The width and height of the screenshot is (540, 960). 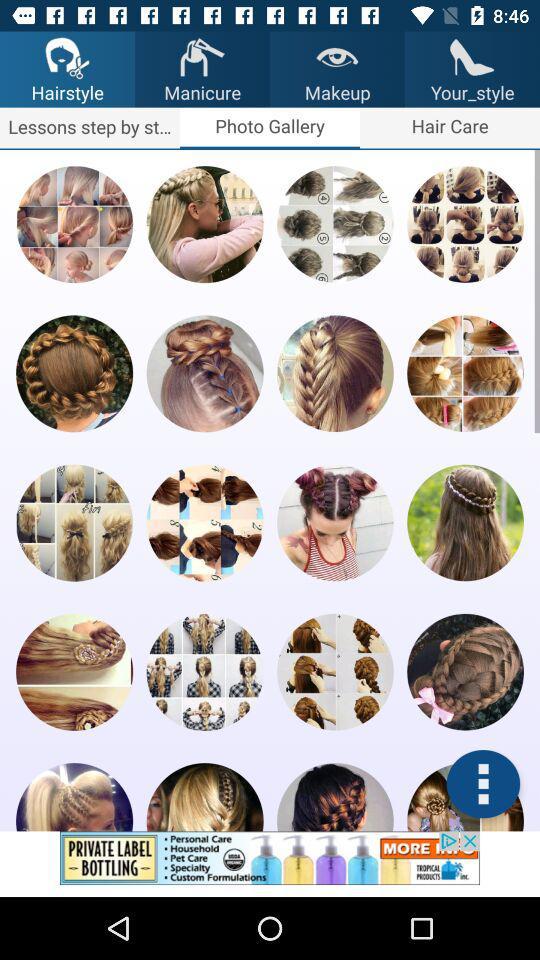 I want to click on open photo gallery, so click(x=73, y=224).